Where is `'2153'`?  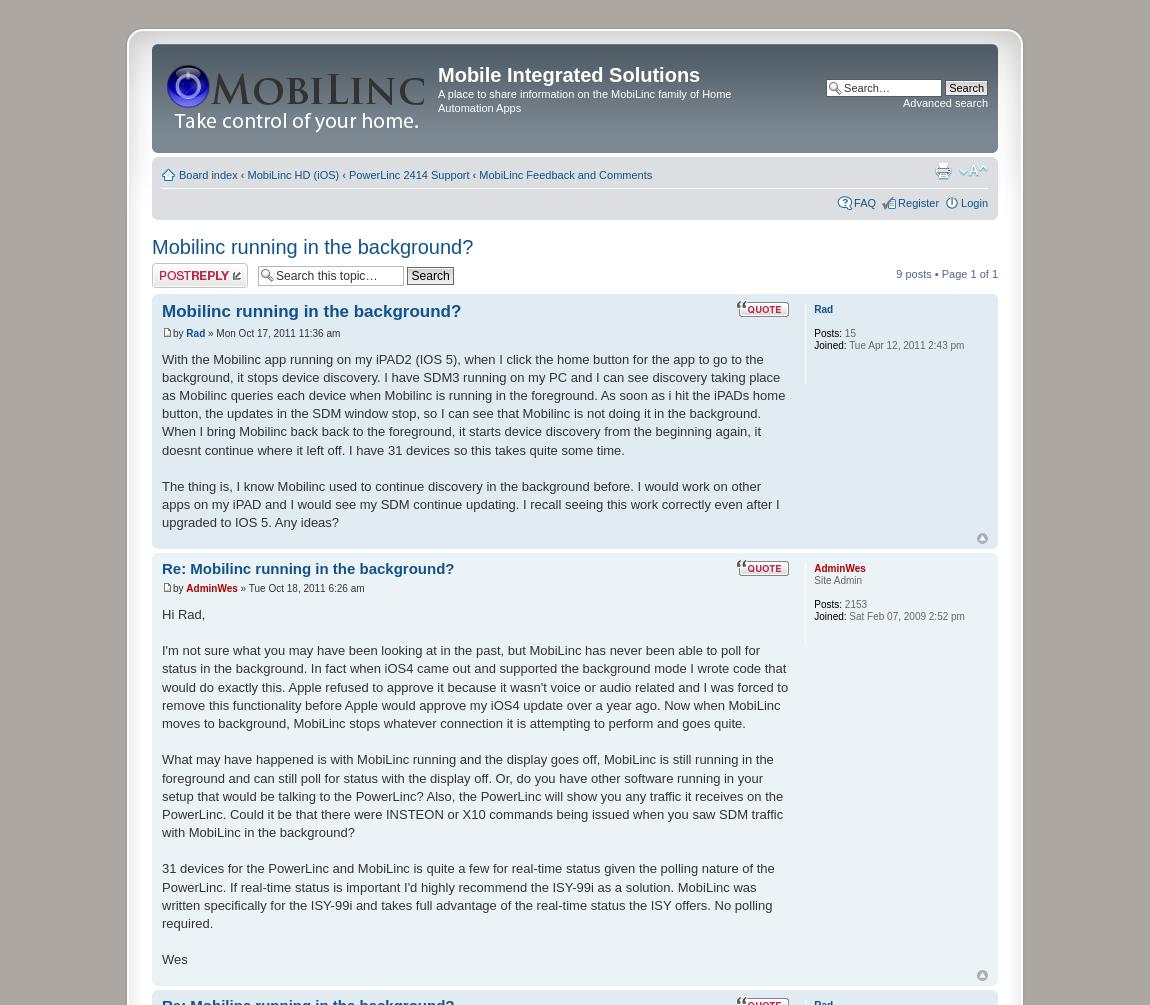 '2153' is located at coordinates (841, 602).